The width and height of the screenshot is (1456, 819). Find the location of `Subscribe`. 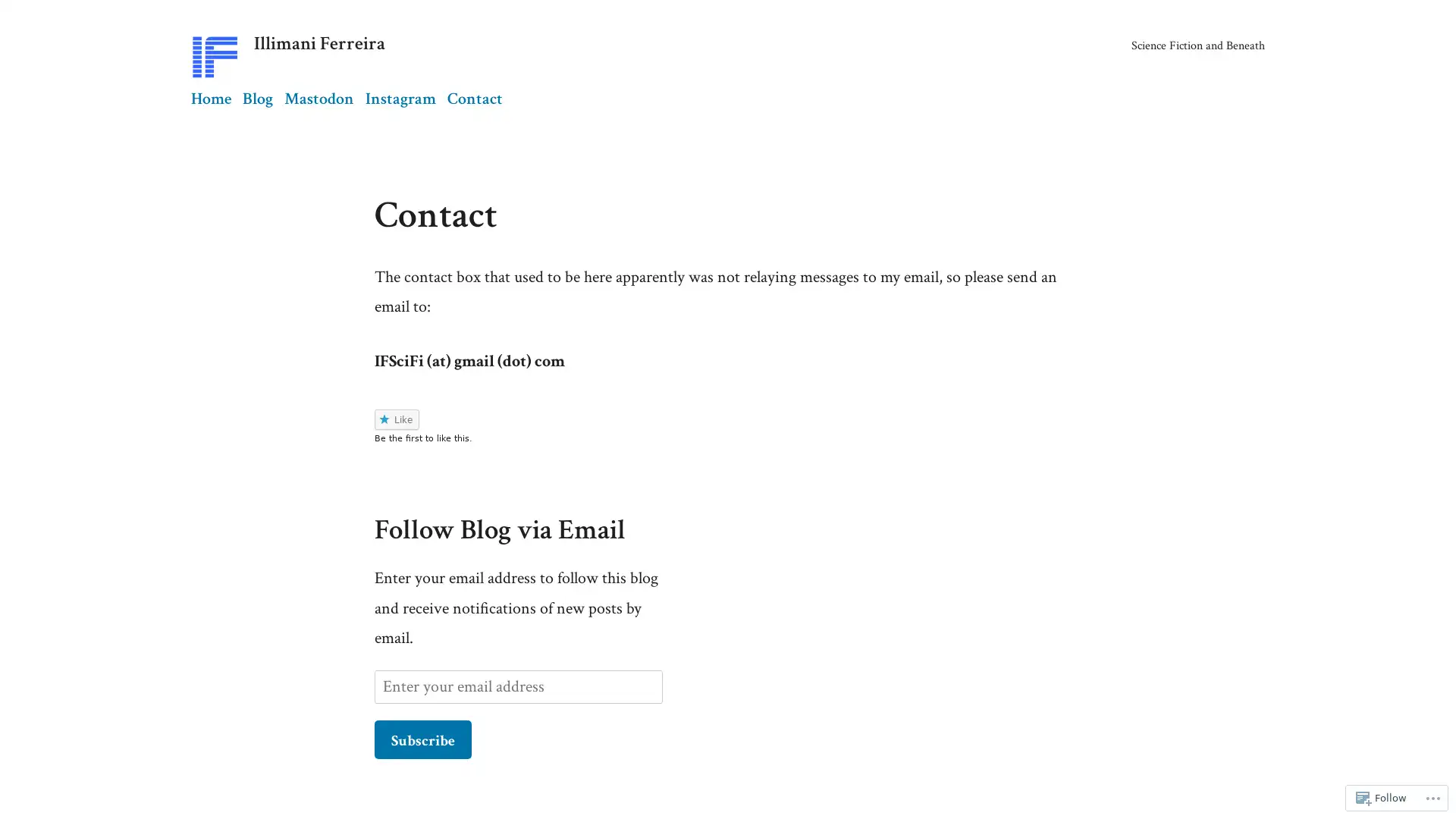

Subscribe is located at coordinates (422, 738).